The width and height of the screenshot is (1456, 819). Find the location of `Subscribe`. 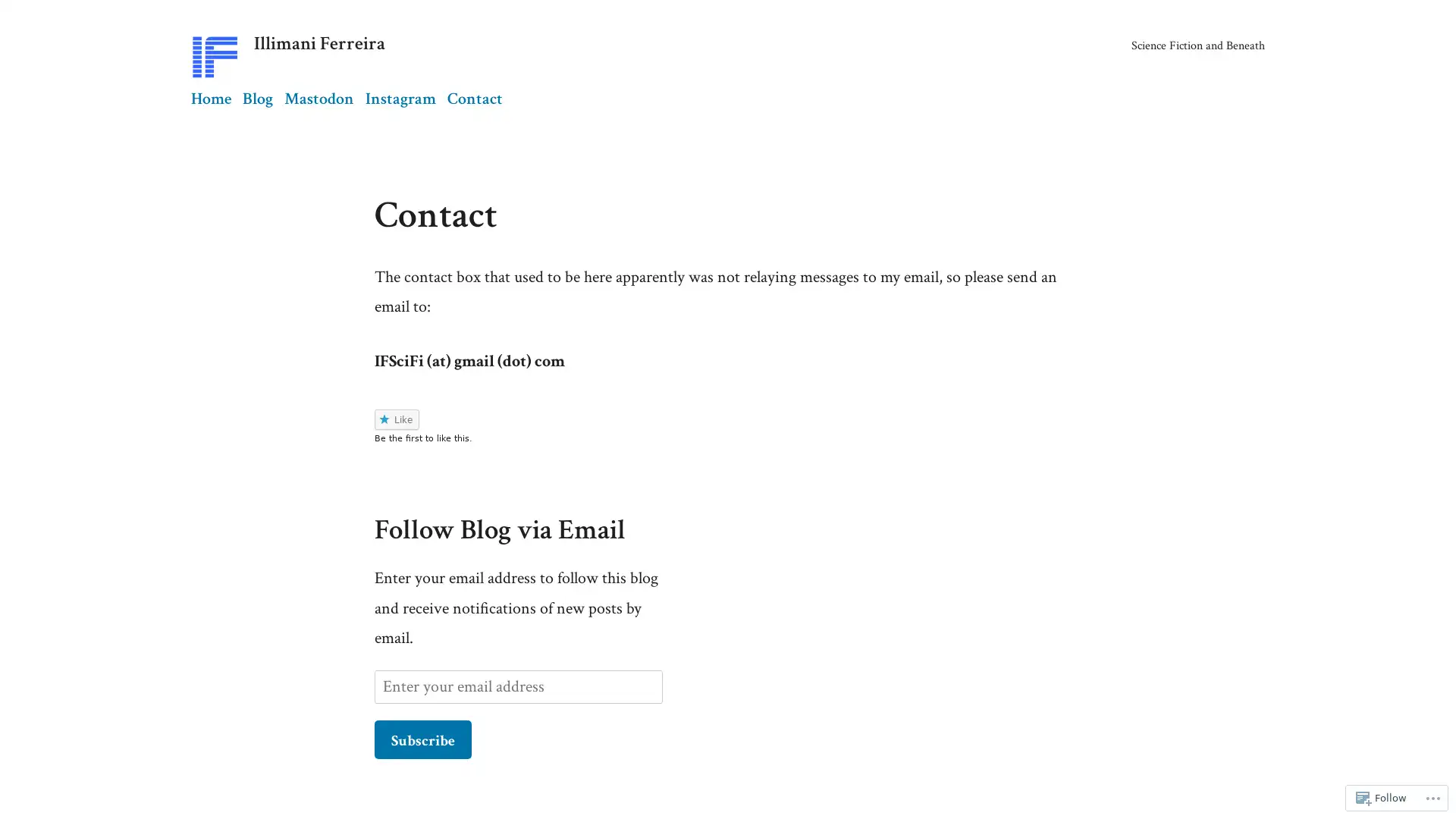

Subscribe is located at coordinates (422, 738).